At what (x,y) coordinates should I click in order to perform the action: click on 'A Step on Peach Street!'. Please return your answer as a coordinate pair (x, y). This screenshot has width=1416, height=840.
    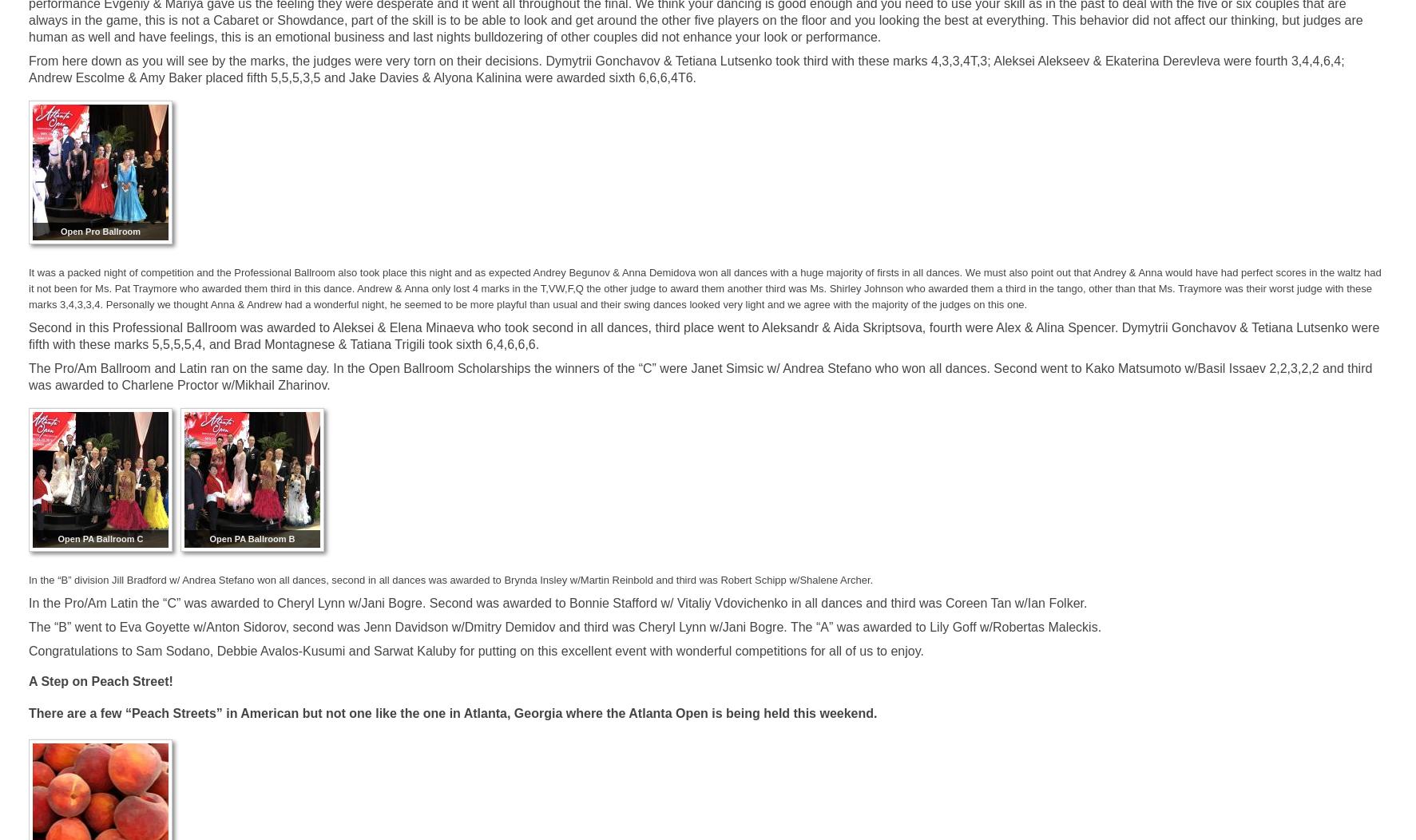
    Looking at the image, I should click on (27, 680).